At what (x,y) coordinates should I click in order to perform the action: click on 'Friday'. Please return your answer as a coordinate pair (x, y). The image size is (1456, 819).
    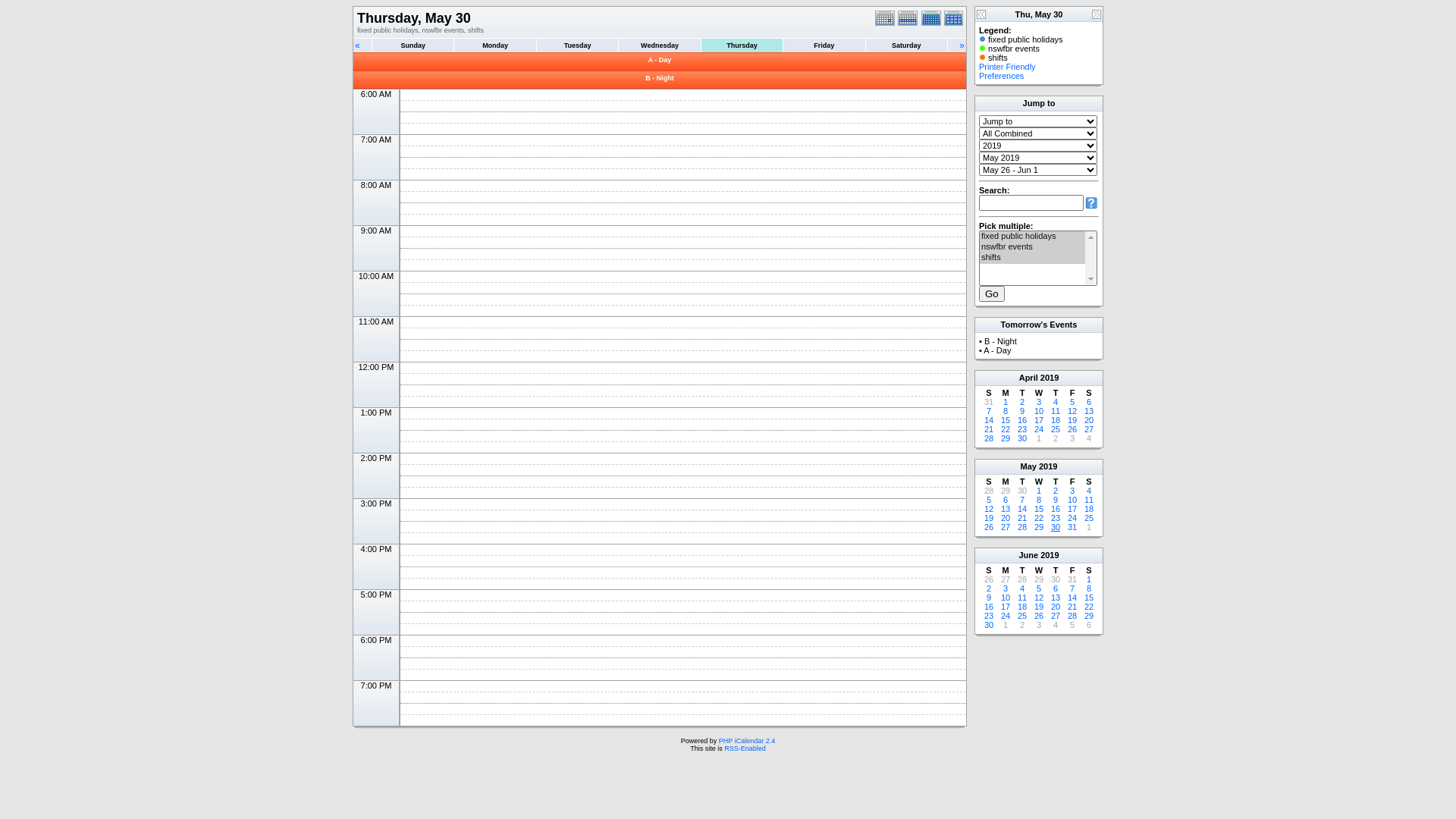
    Looking at the image, I should click on (823, 45).